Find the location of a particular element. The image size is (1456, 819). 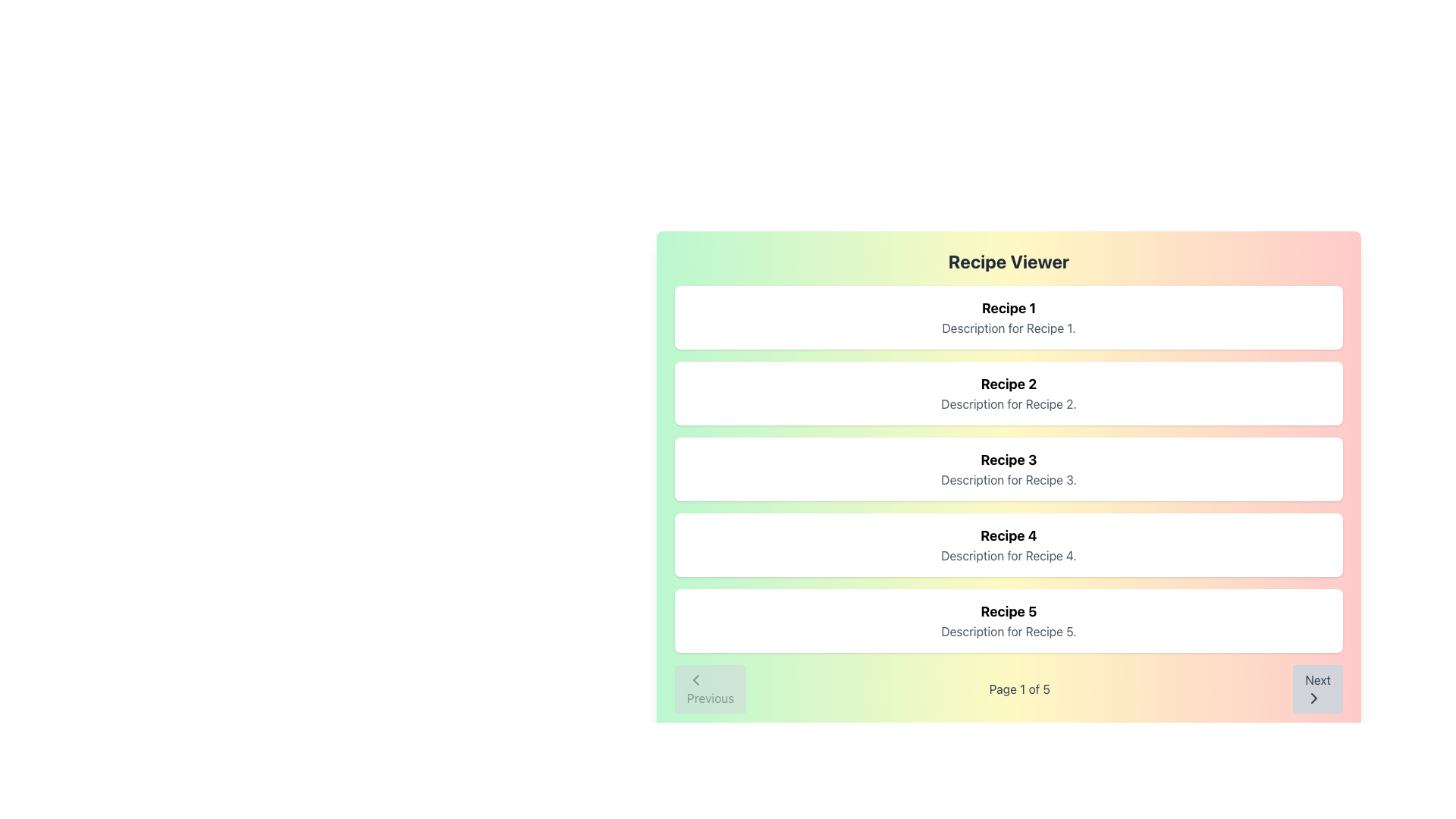

the triangular icon pointing to the right, which is part of the 'Next' button located at the bottom right corner of the interface is located at coordinates (1313, 698).